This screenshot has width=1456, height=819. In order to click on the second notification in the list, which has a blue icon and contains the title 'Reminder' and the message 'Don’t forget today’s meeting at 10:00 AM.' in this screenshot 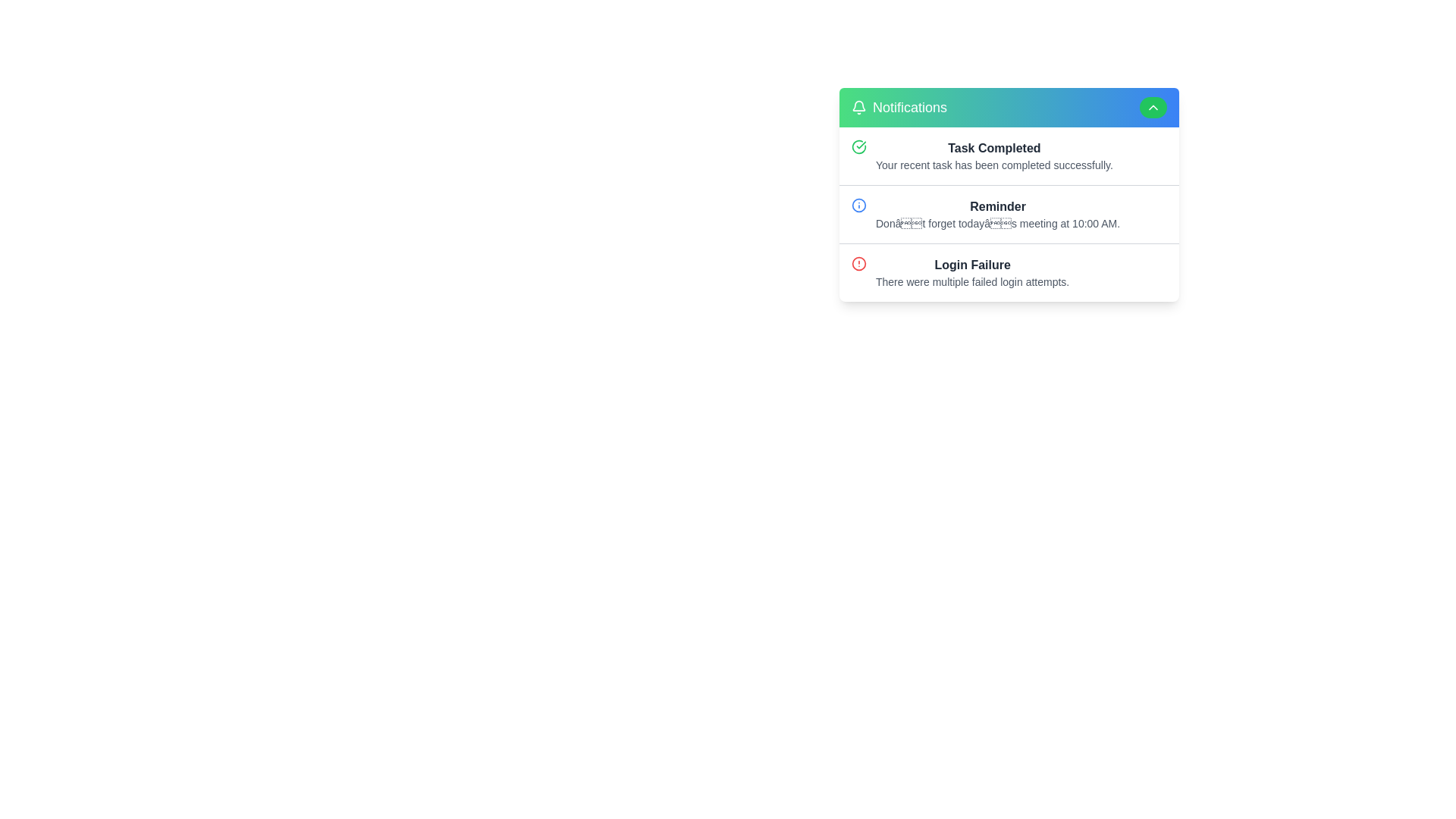, I will do `click(1009, 214)`.